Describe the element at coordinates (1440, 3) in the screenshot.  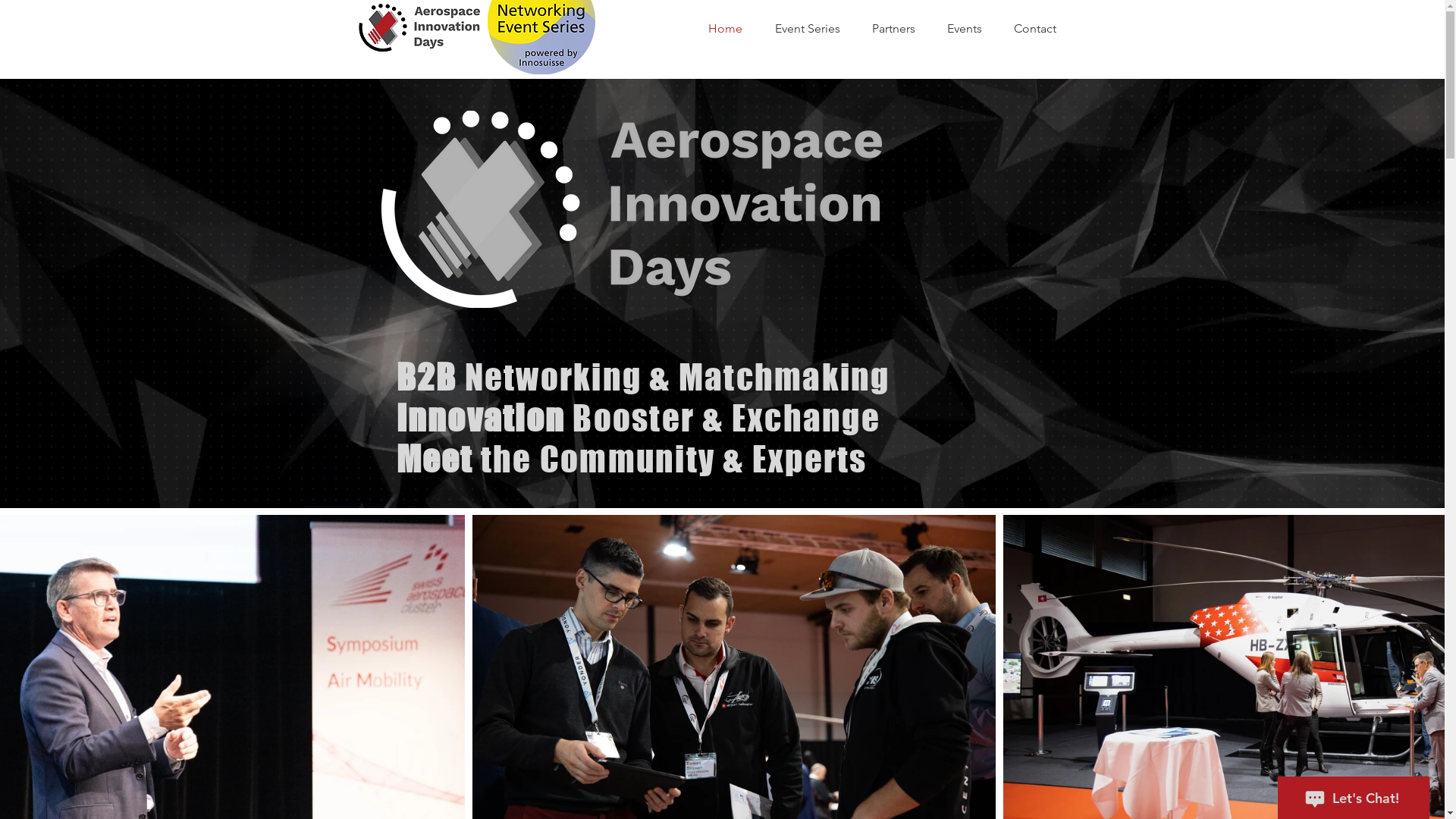
I see `'Visitor Analytics'` at that location.